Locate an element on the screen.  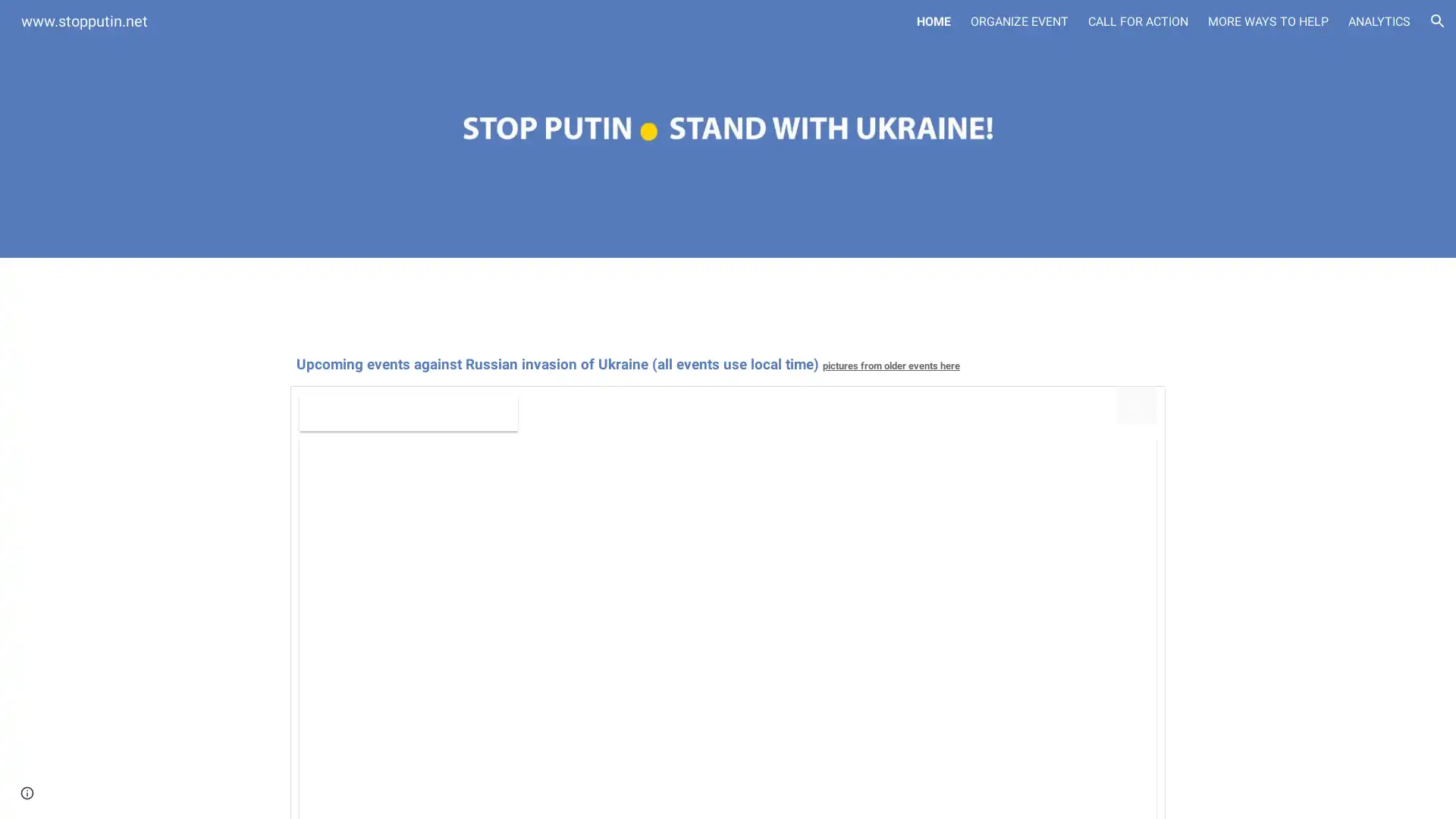
Report abuse is located at coordinates (182, 792).